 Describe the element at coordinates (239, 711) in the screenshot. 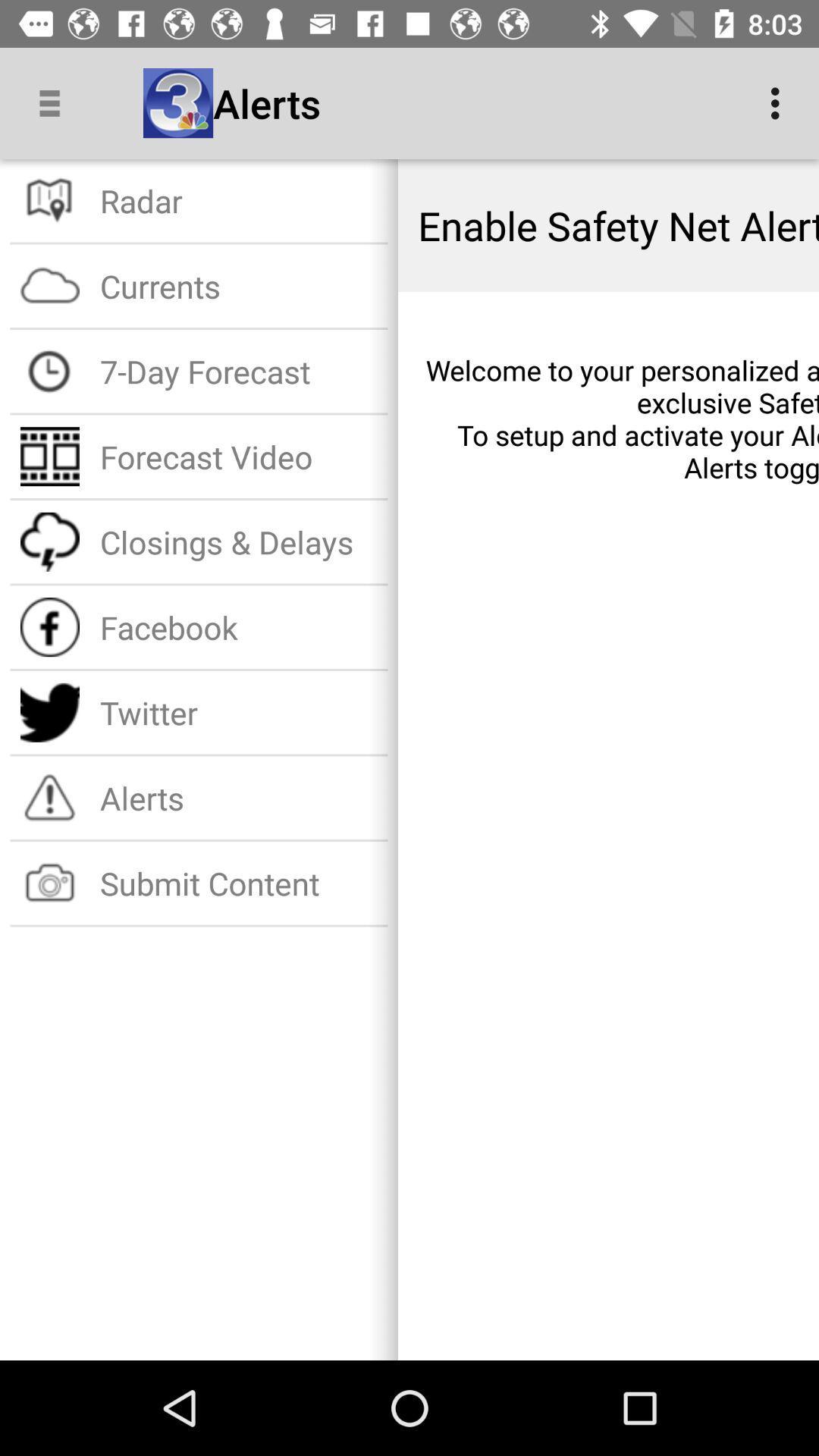

I see `icon above the alerts item` at that location.